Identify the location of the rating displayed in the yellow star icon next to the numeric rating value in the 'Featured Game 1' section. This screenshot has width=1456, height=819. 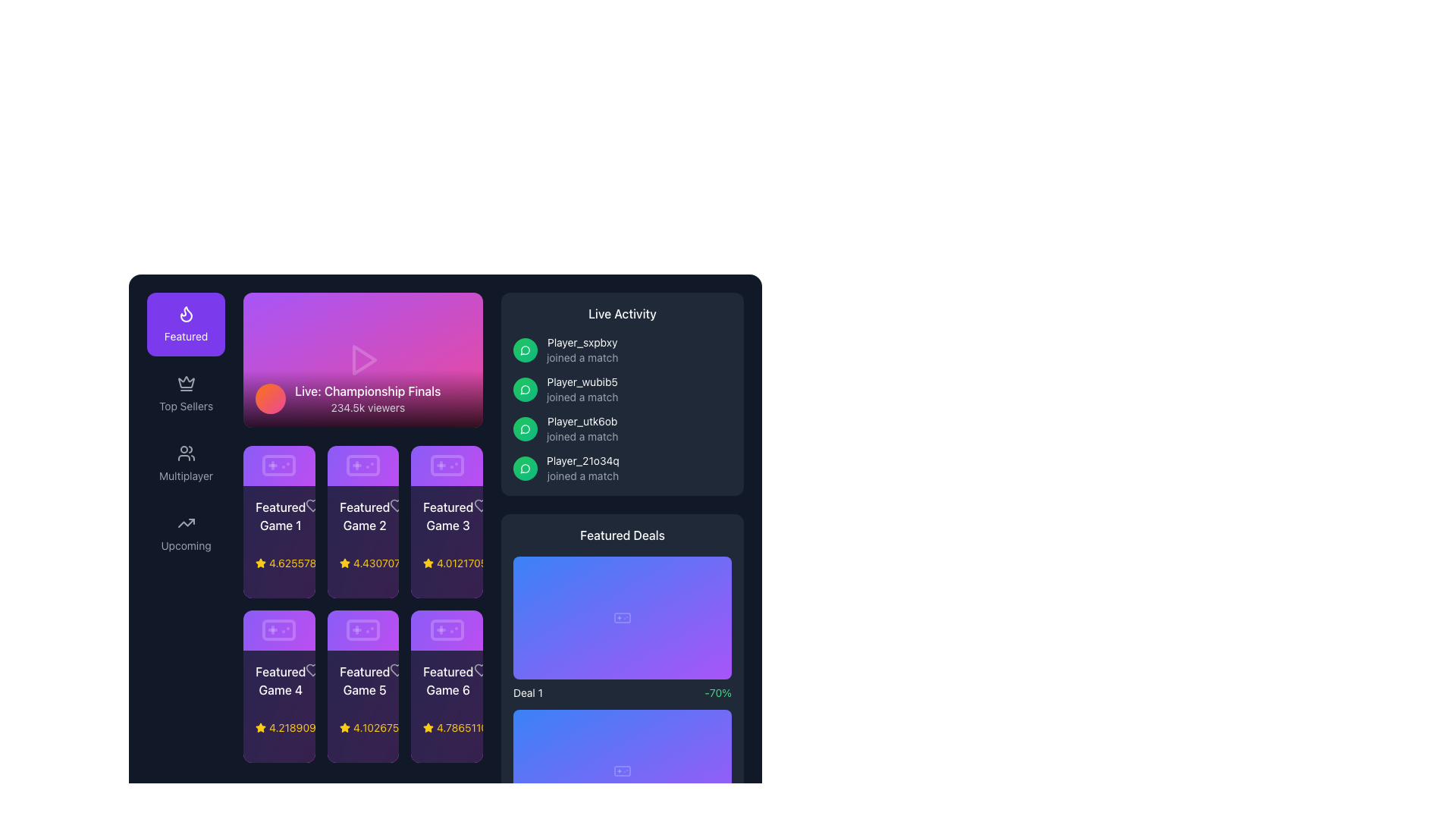
(279, 563).